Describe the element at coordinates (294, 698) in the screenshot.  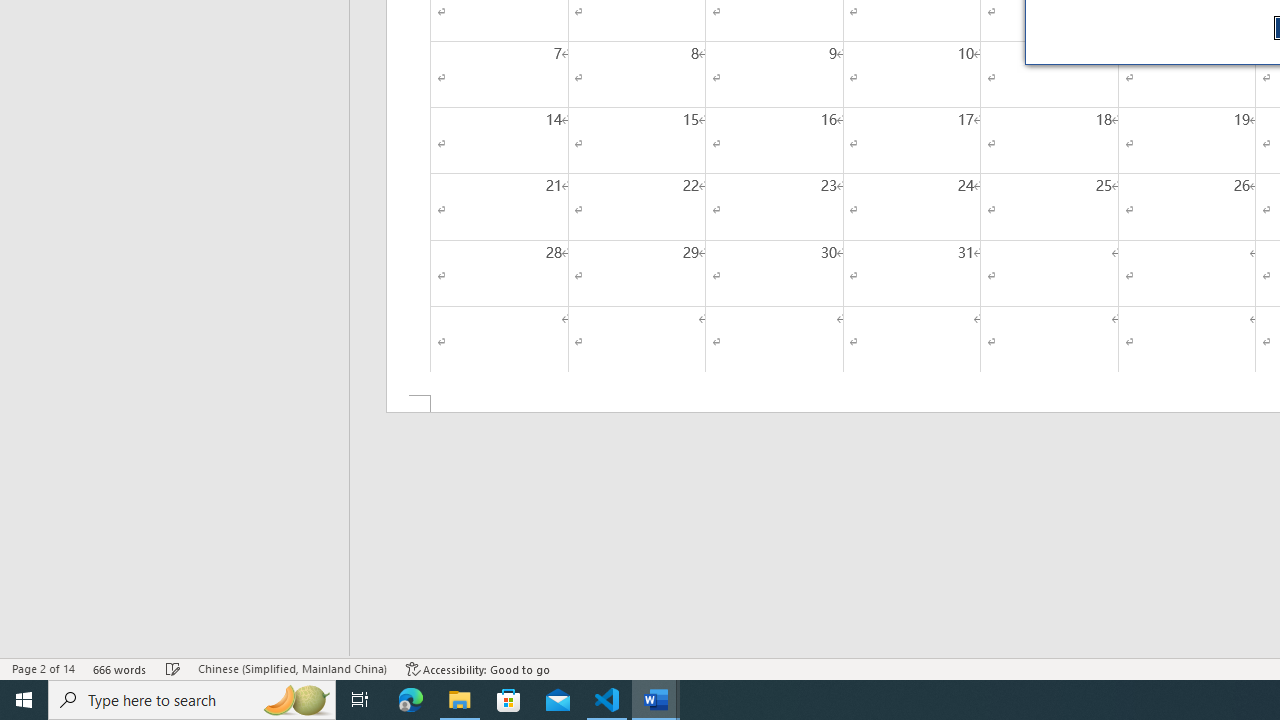
I see `'Search highlights icon opens search home window'` at that location.